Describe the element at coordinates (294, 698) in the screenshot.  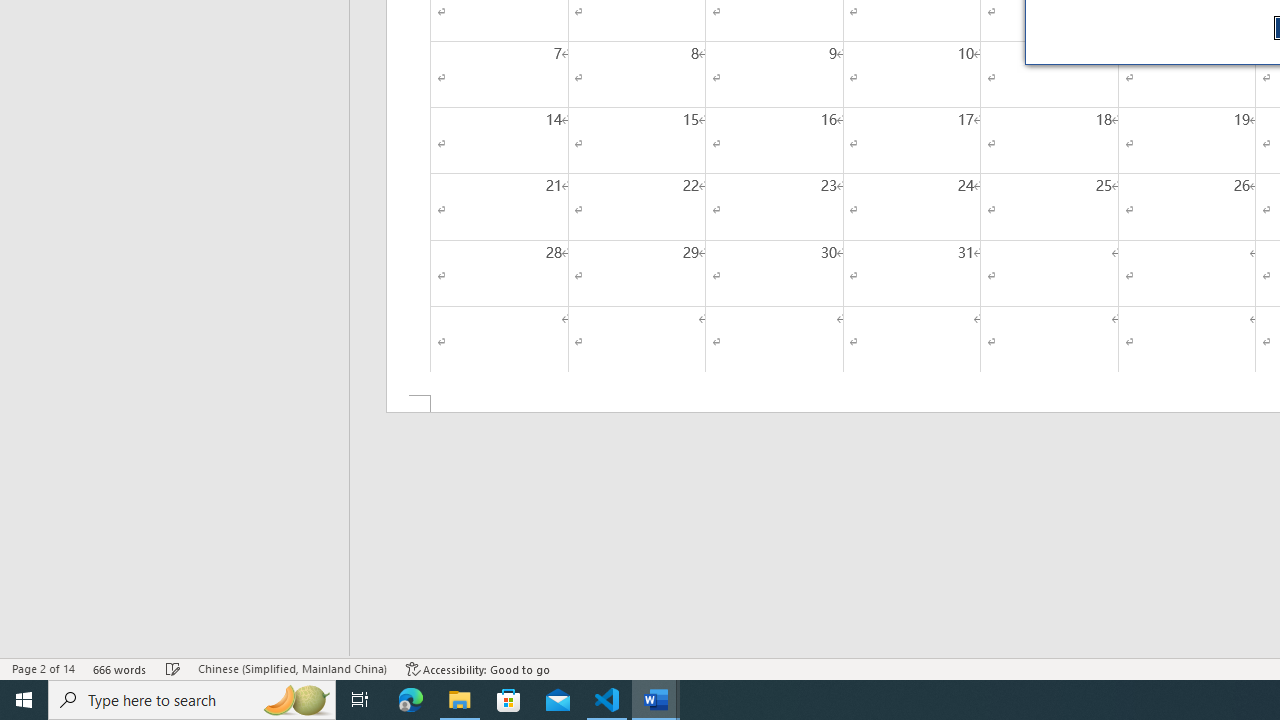
I see `'Search highlights icon opens search home window'` at that location.